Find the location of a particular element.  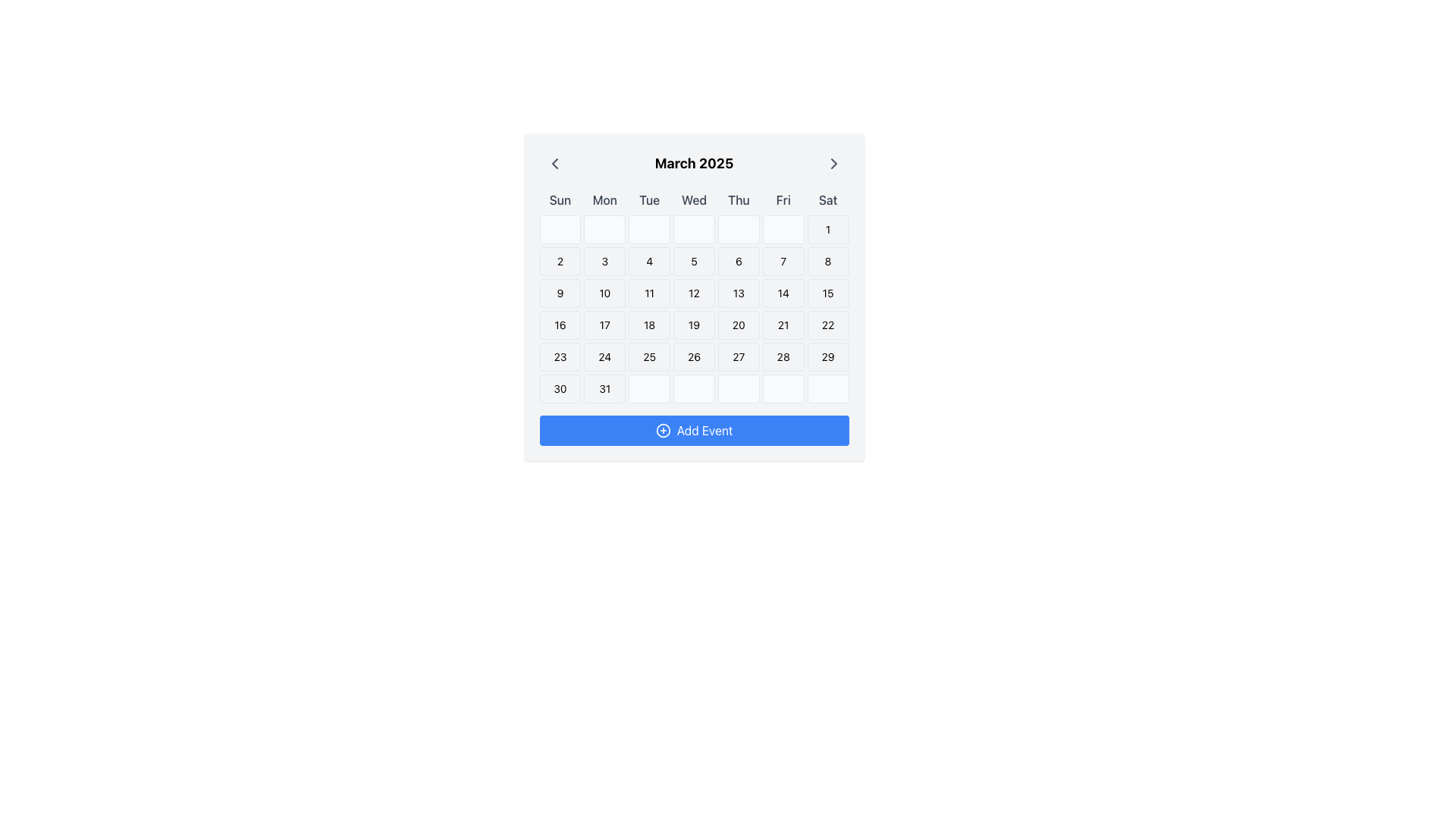

the selectable calendar date cell representing the 30th day of the month is located at coordinates (560, 388).